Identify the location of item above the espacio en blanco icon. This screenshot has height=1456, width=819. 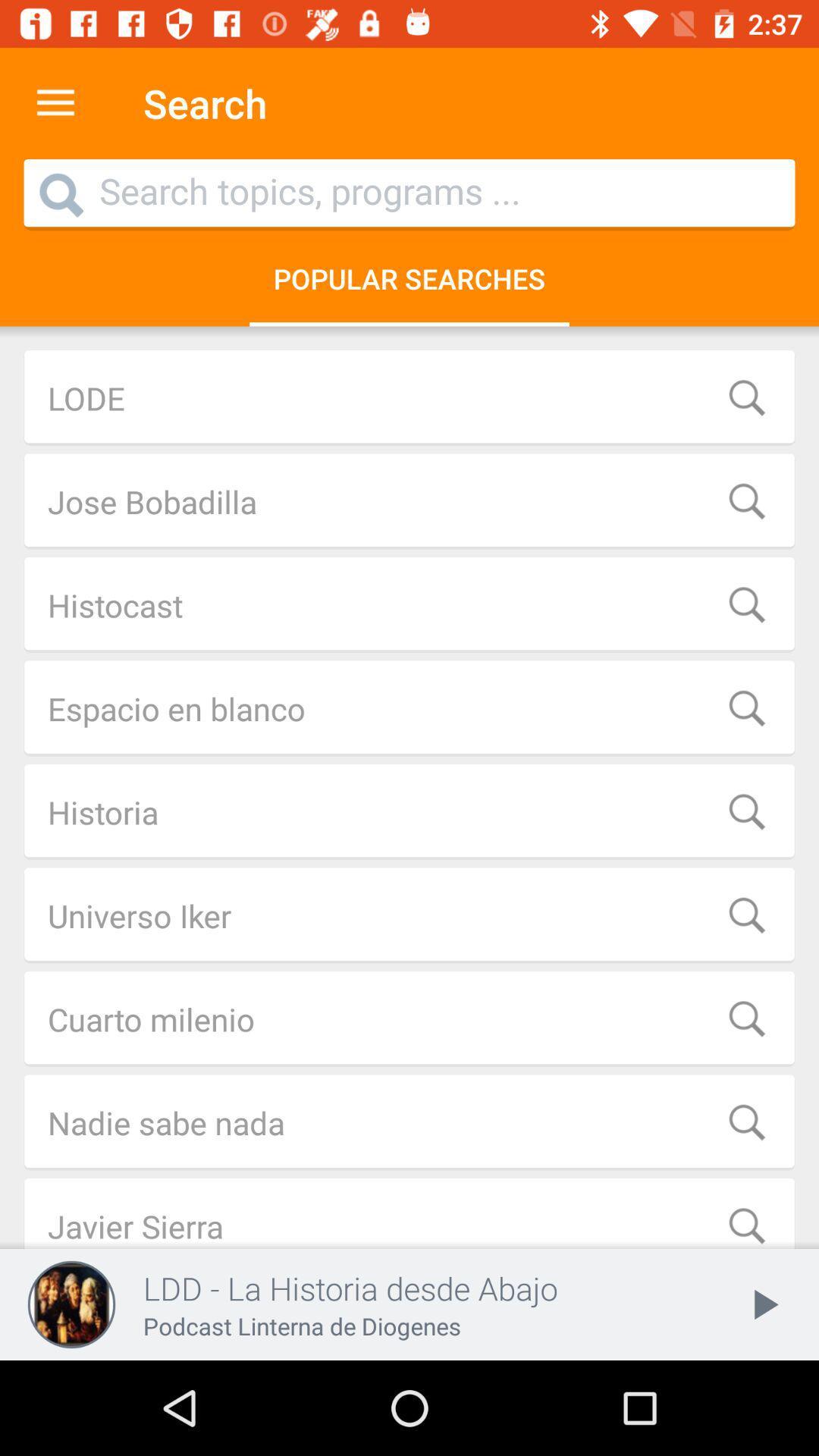
(409, 604).